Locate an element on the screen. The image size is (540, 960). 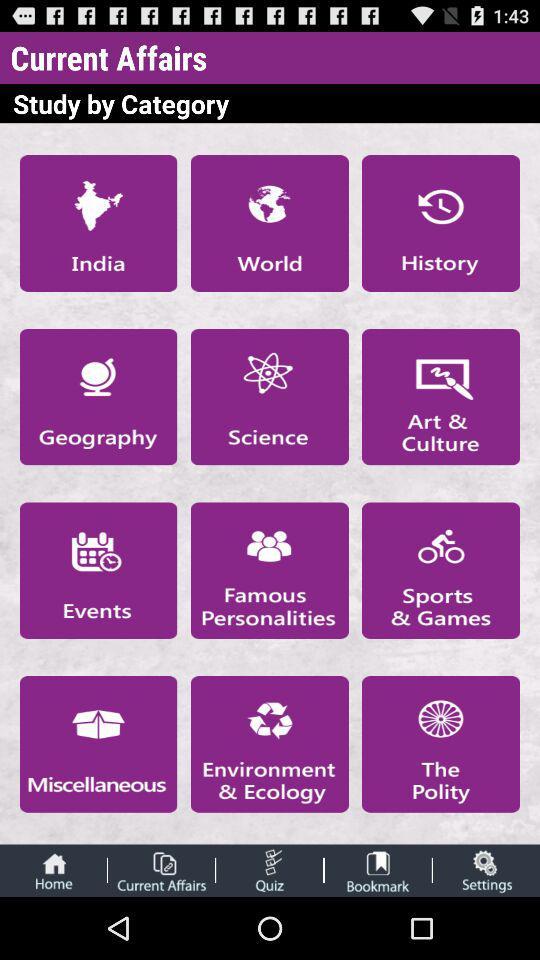
choose category is located at coordinates (97, 223).